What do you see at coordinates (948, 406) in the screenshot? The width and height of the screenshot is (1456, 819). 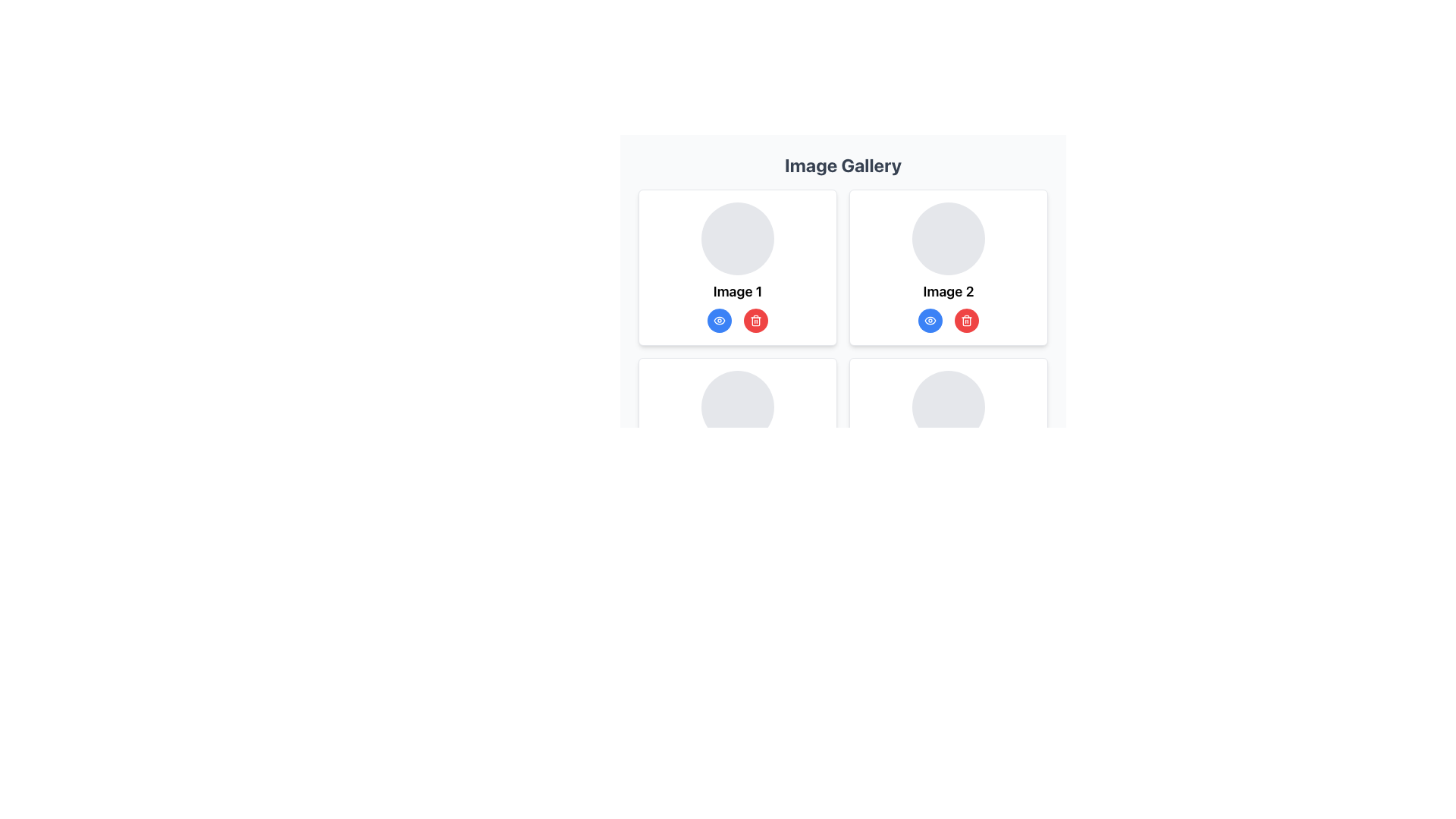 I see `the circular placeholder or avatar component located at the top-center of the 'Image 4' card, which has a light-gray background and smooth border` at bounding box center [948, 406].